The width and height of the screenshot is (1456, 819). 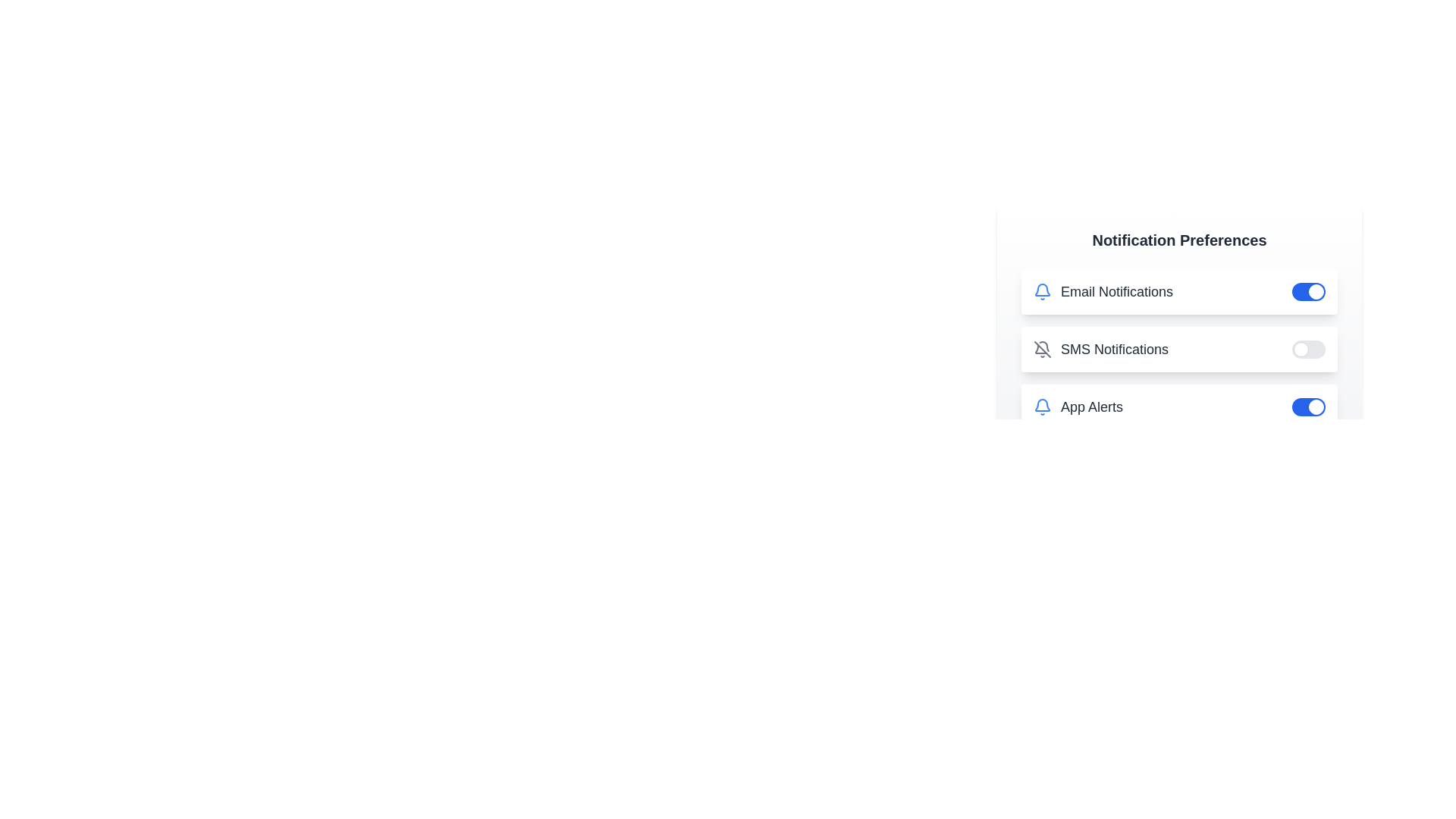 I want to click on the title 'Notification Preferences' to highlight it visually, so click(x=1178, y=239).